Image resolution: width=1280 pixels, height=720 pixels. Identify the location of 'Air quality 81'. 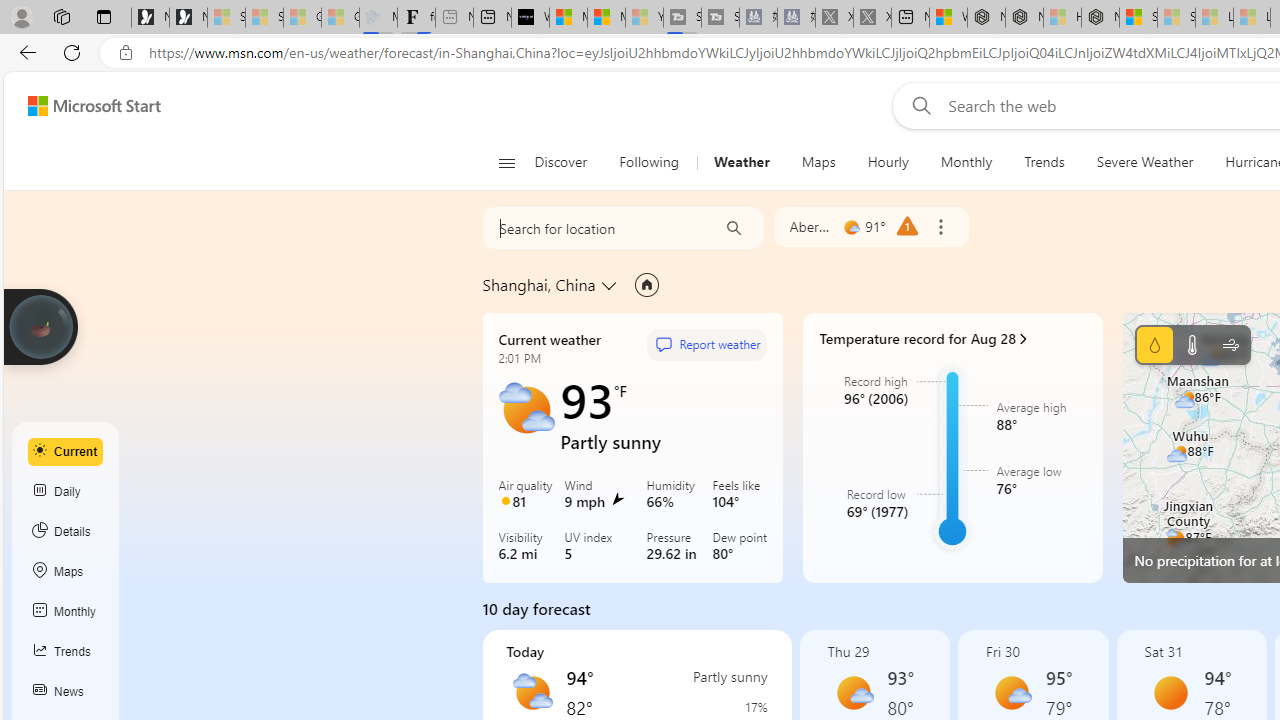
(527, 495).